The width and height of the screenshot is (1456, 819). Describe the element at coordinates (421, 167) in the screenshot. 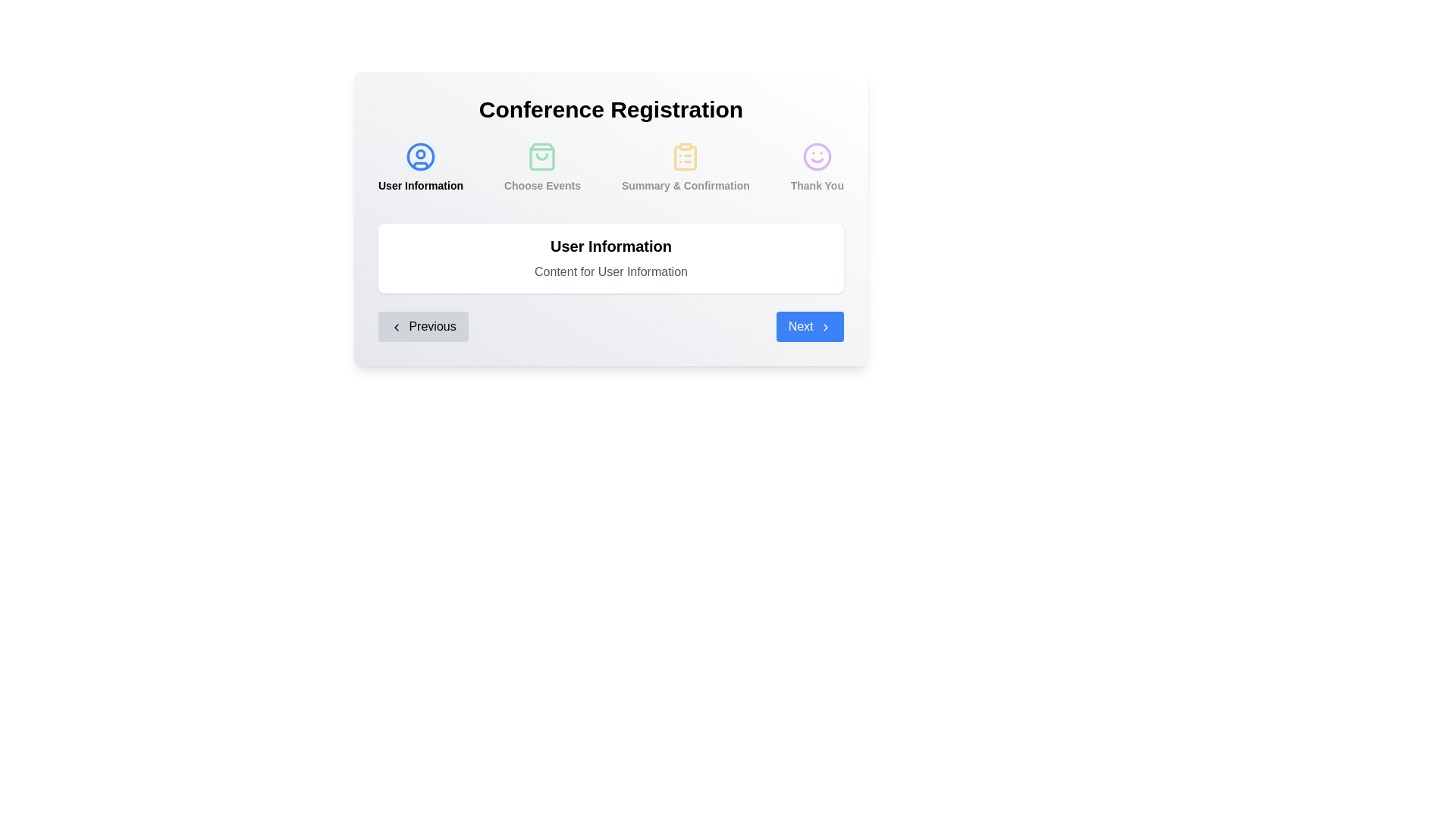

I see `the first button-like navigation item in the horizontal menu, which indicates the user's current or available navigation option` at that location.